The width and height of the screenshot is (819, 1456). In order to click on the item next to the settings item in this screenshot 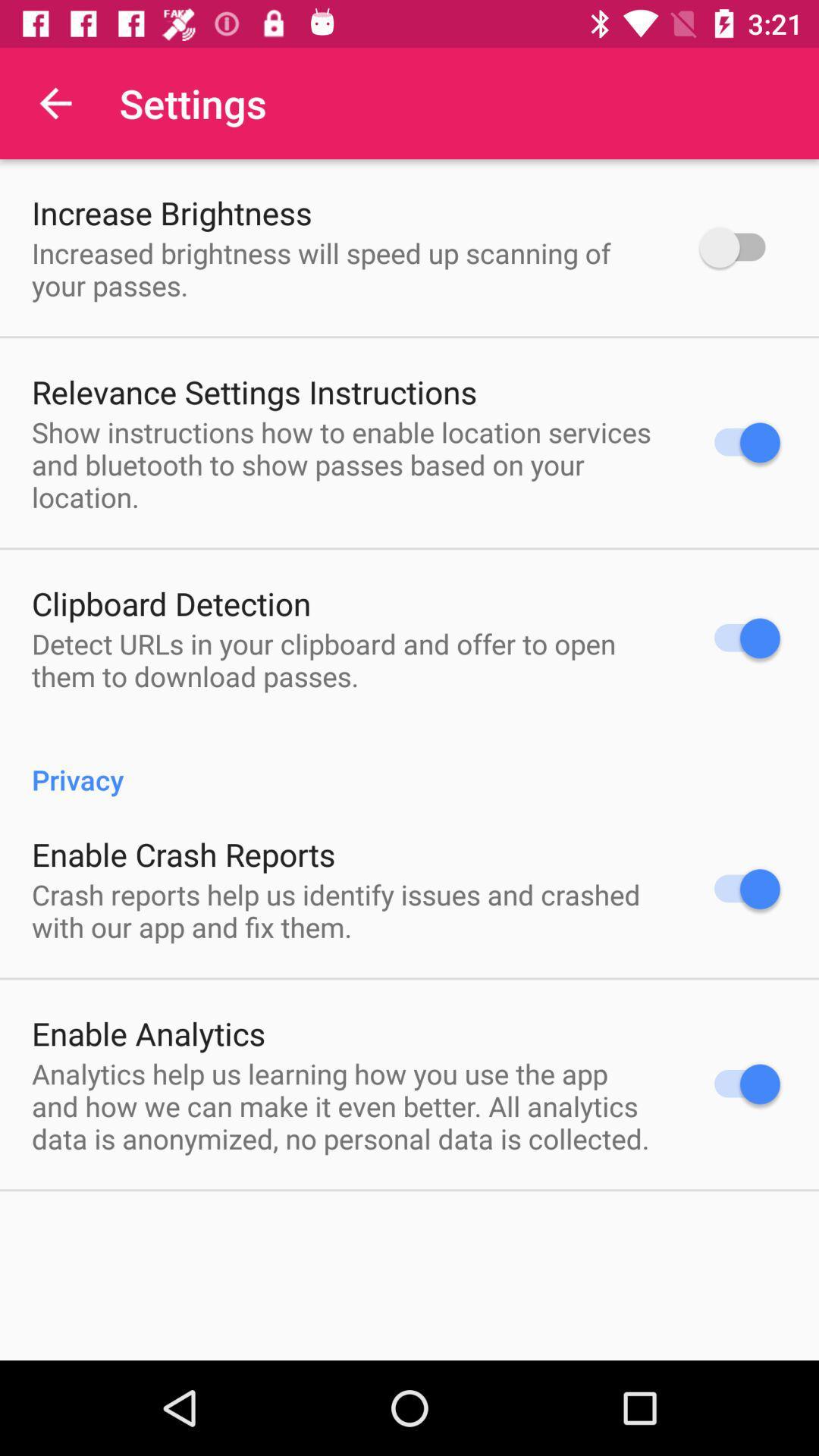, I will do `click(55, 102)`.